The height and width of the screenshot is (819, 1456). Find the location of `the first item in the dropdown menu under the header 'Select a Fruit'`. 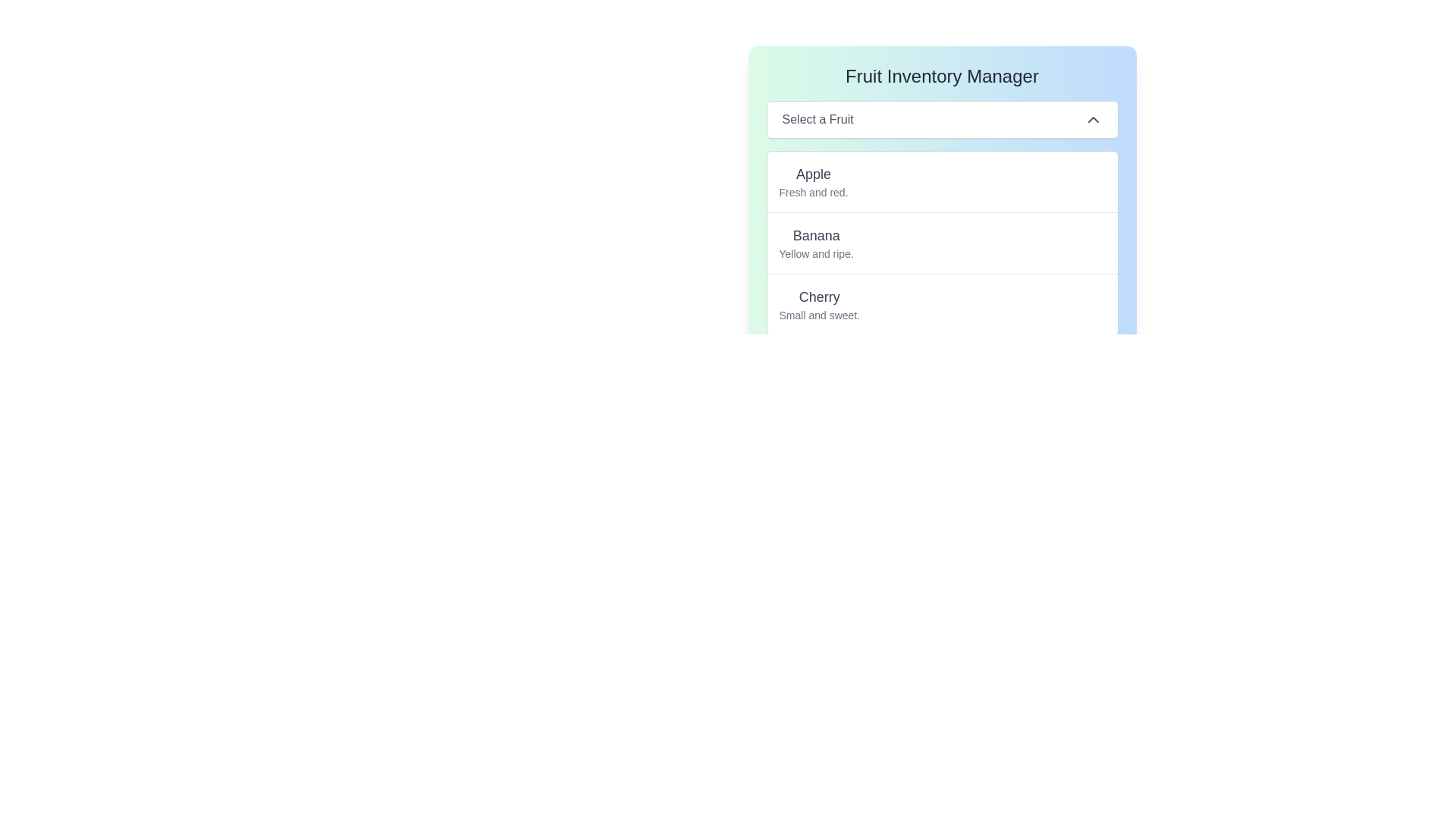

the first item in the dropdown menu under the header 'Select a Fruit' is located at coordinates (813, 180).